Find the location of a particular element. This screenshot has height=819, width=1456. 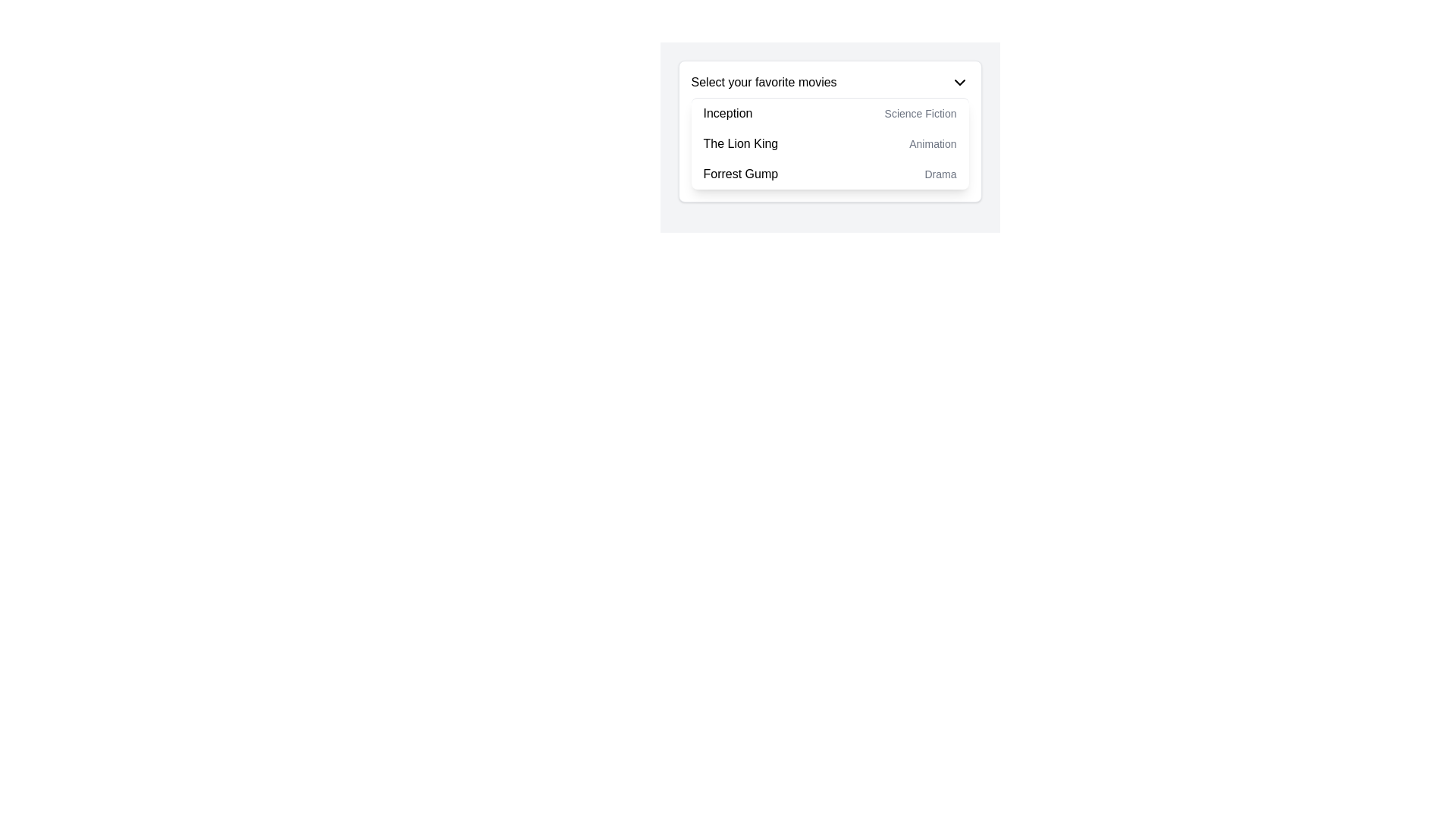

the text element displaying 'Science Fiction', which is styled in a smaller gray font and aligned to the right within the dropdown list under 'Select your favorite movies' is located at coordinates (920, 113).